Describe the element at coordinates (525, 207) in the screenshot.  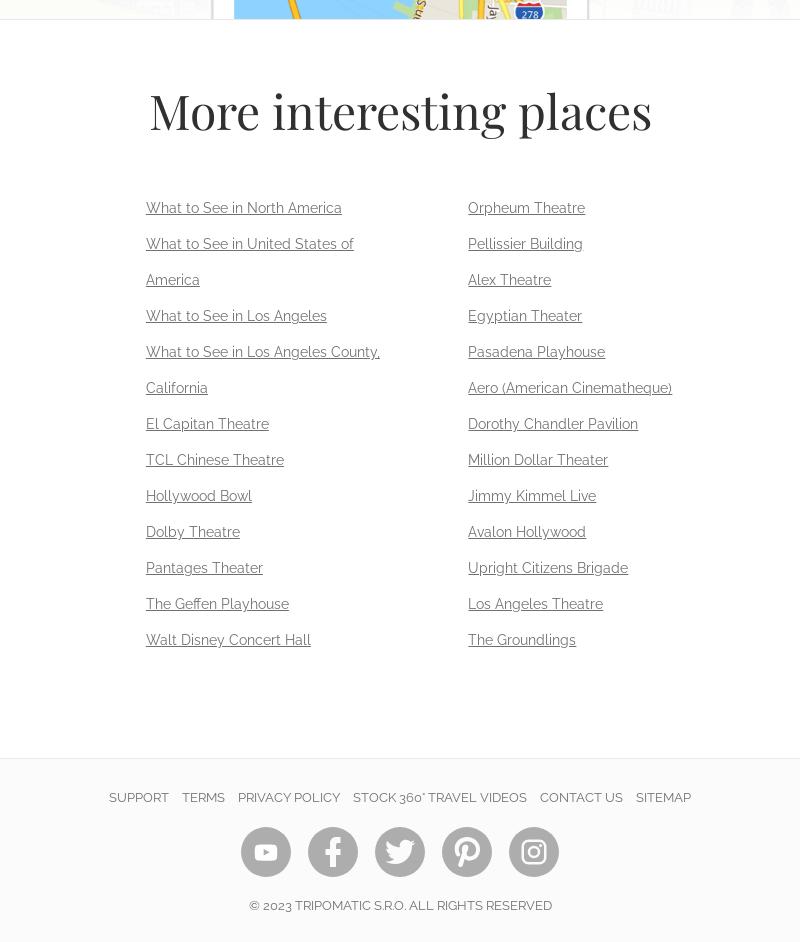
I see `'Orpheum Theatre'` at that location.